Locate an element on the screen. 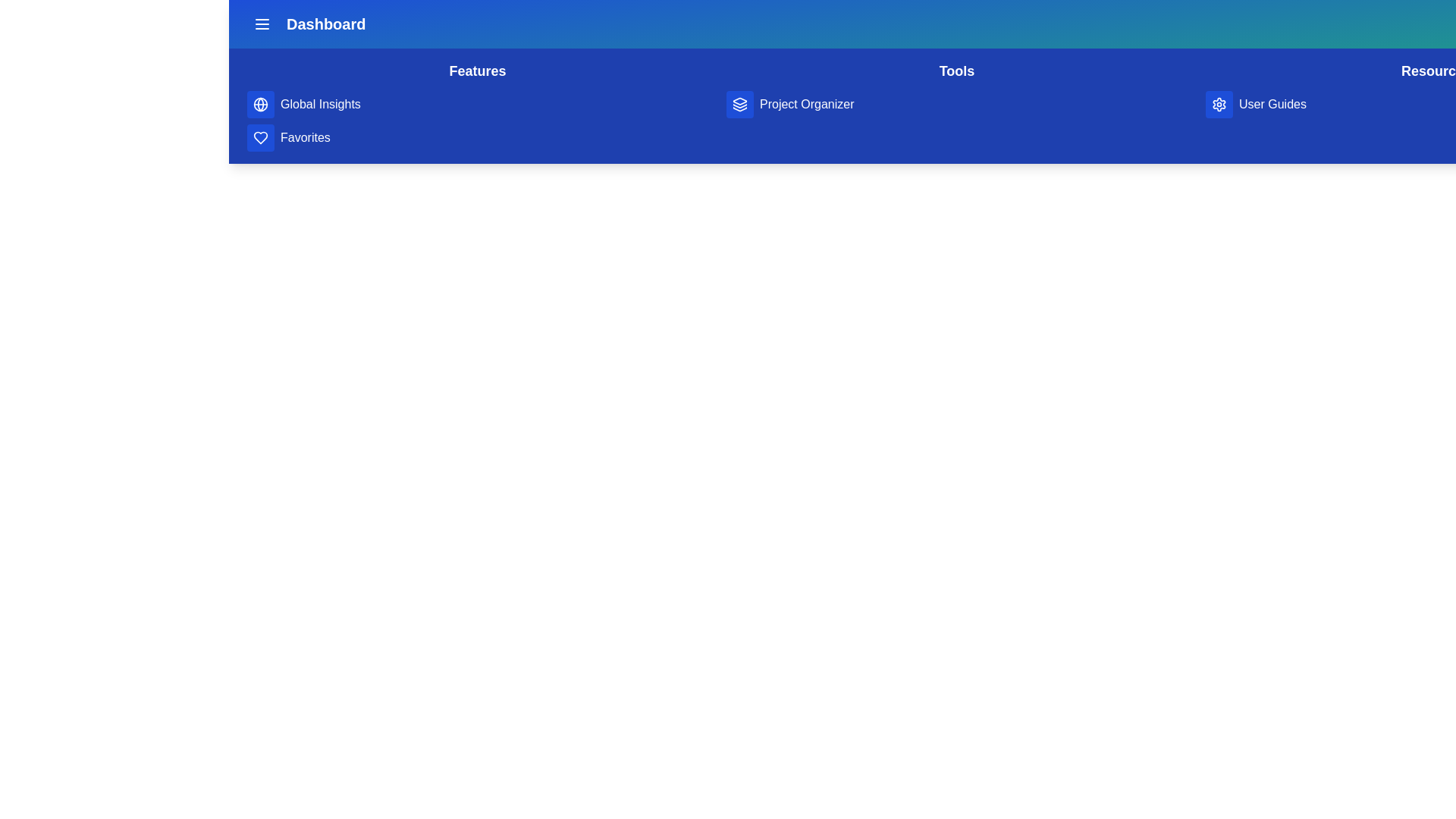 Image resolution: width=1456 pixels, height=819 pixels. the 'Global Insights' text label, which is styled with white text on a blue background and located in the navigation bar is located at coordinates (319, 104).